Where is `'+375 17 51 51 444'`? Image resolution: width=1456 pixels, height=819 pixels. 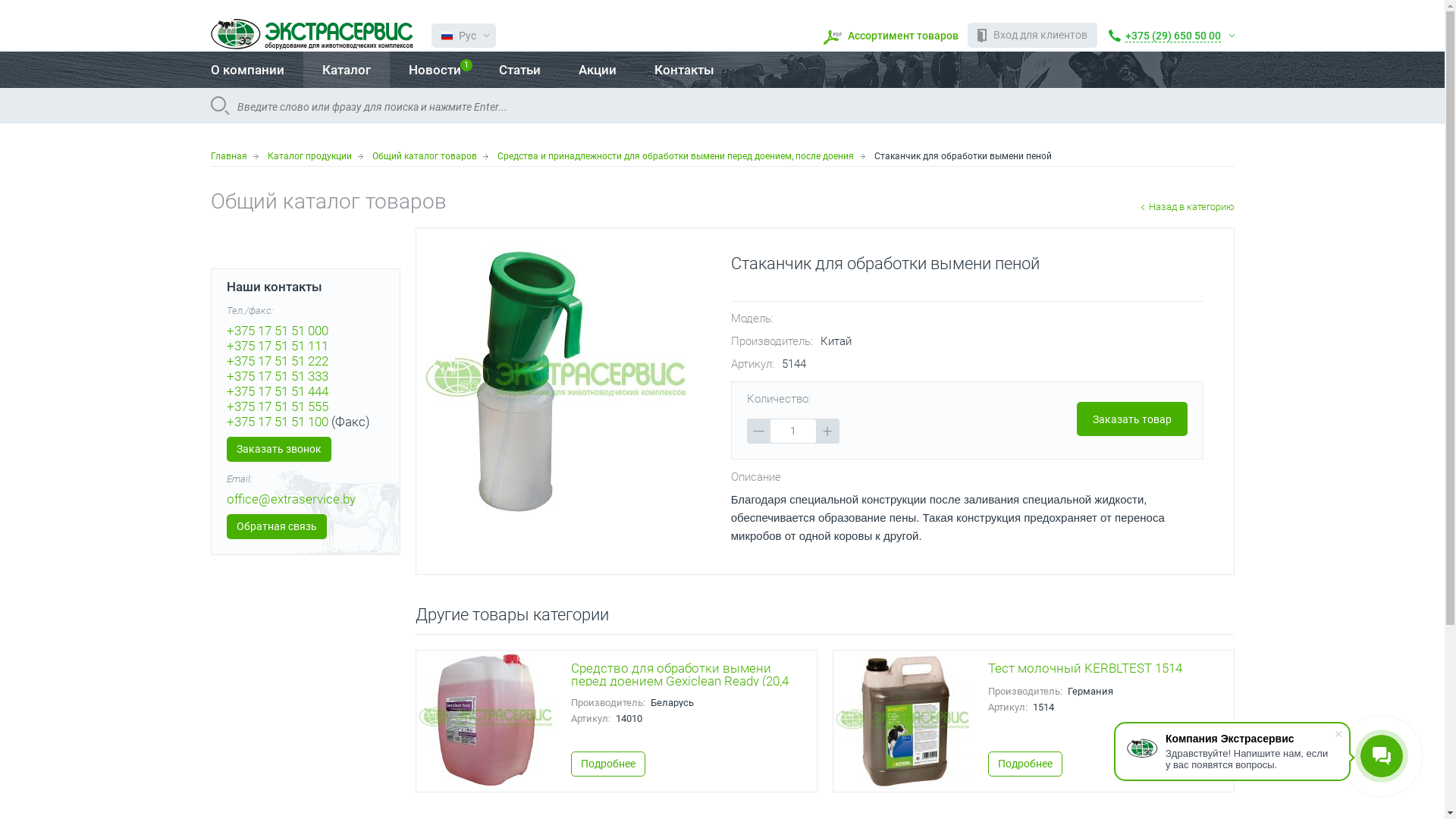 '+375 17 51 51 444' is located at coordinates (276, 391).